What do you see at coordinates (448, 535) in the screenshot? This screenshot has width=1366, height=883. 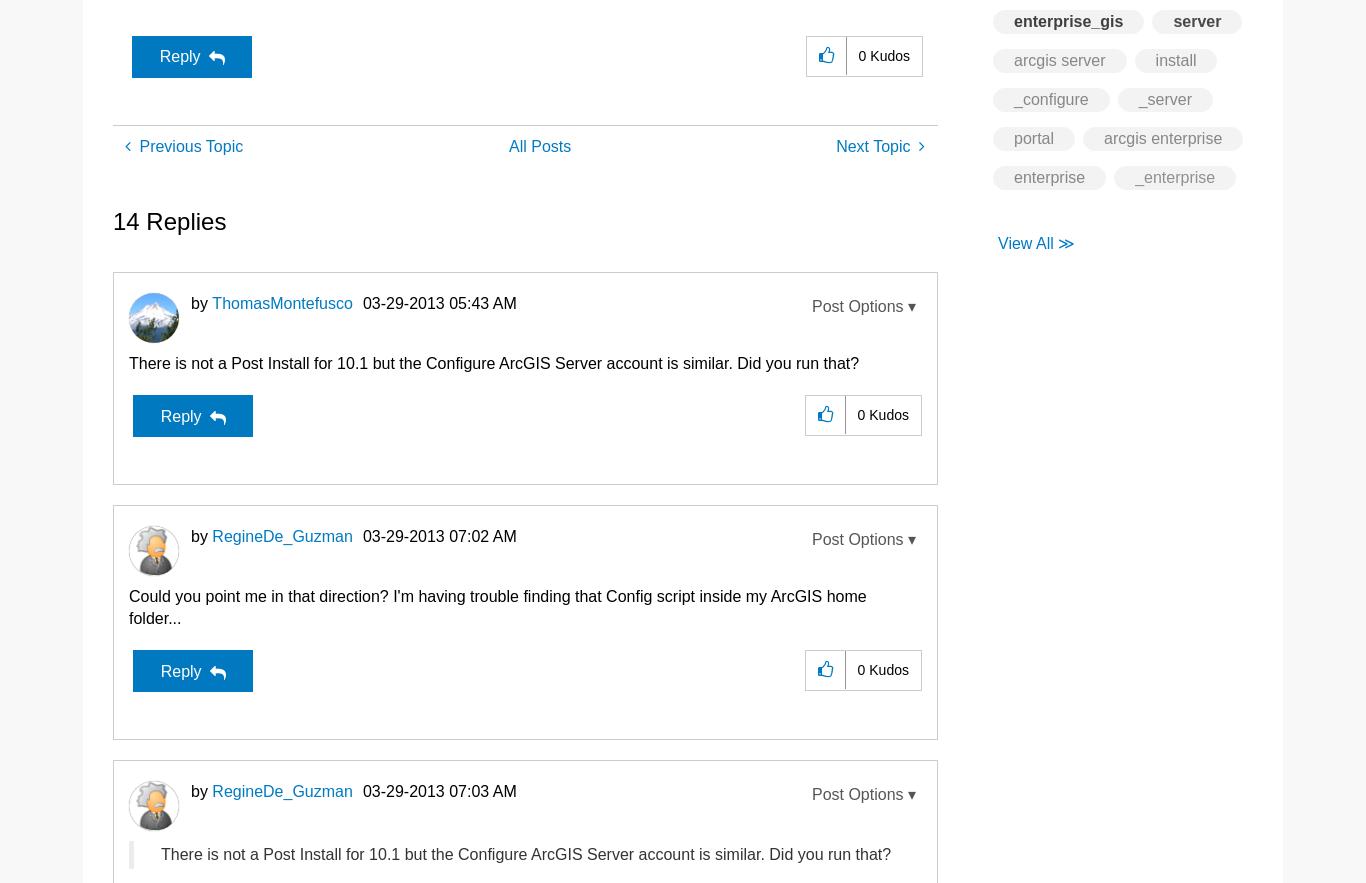 I see `'07:02 AM'` at bounding box center [448, 535].